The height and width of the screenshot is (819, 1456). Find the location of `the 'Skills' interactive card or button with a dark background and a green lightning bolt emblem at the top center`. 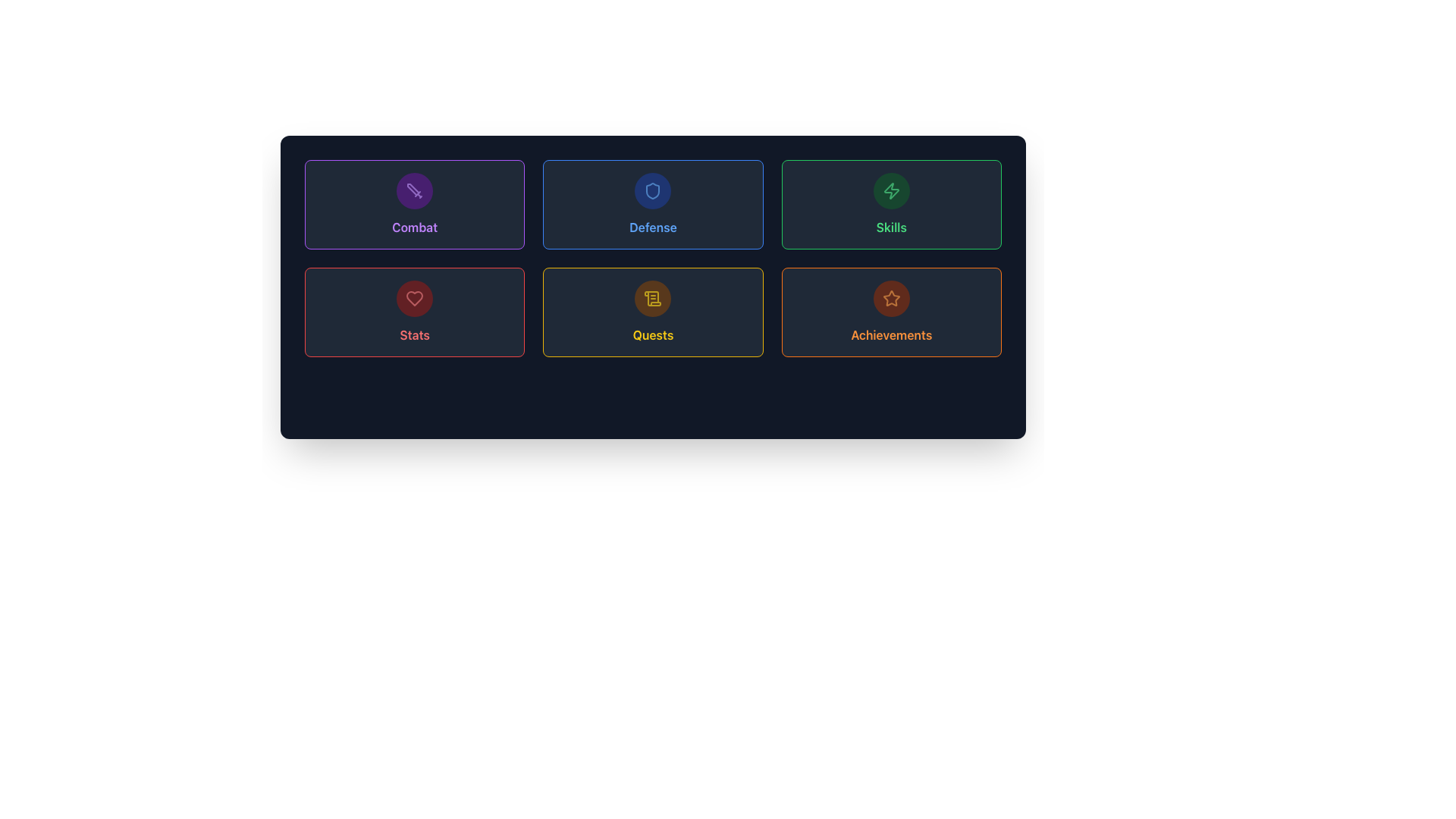

the 'Skills' interactive card or button with a dark background and a green lightning bolt emblem at the top center is located at coordinates (891, 205).